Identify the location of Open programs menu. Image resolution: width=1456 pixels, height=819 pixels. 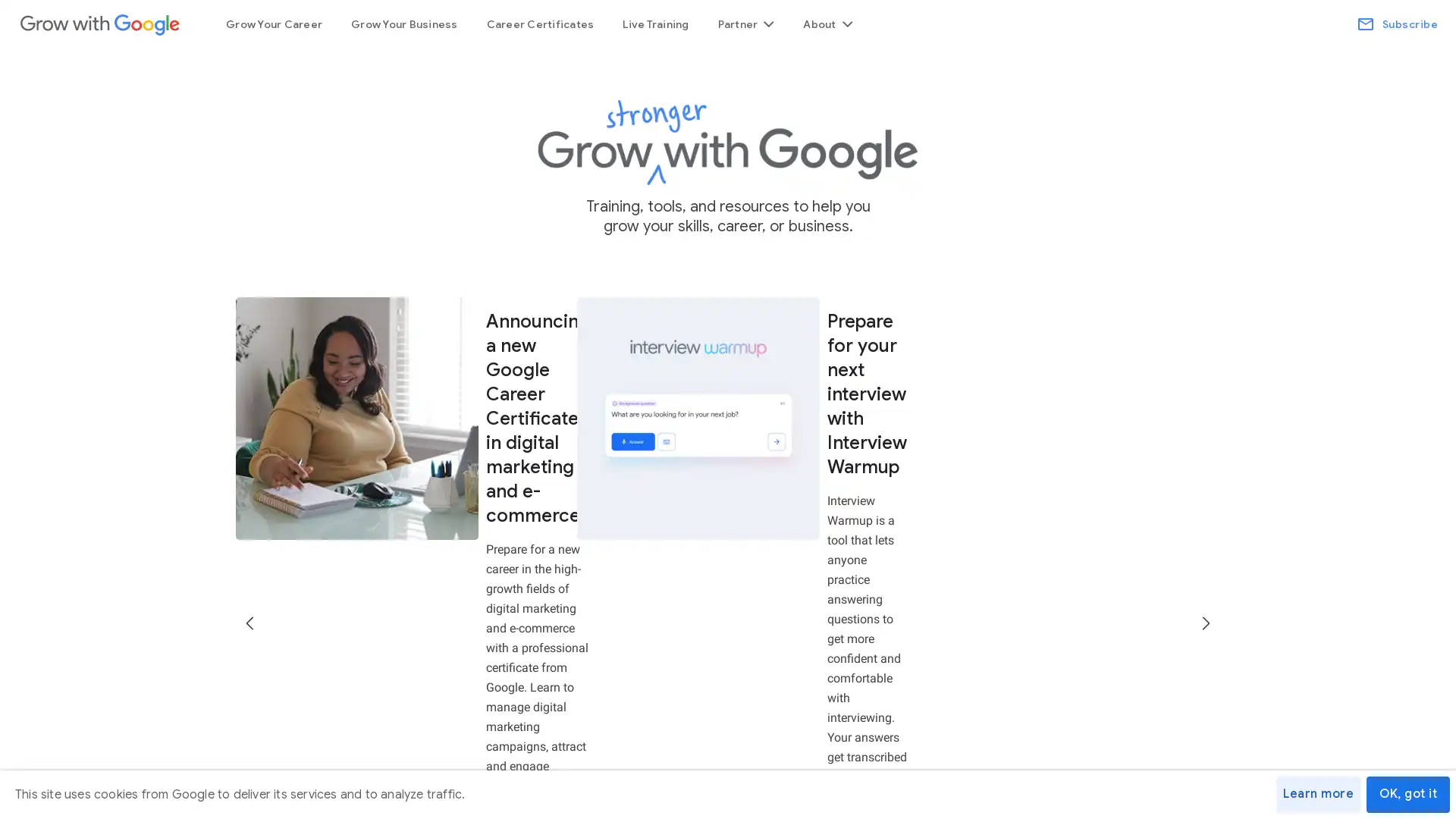
(745, 24).